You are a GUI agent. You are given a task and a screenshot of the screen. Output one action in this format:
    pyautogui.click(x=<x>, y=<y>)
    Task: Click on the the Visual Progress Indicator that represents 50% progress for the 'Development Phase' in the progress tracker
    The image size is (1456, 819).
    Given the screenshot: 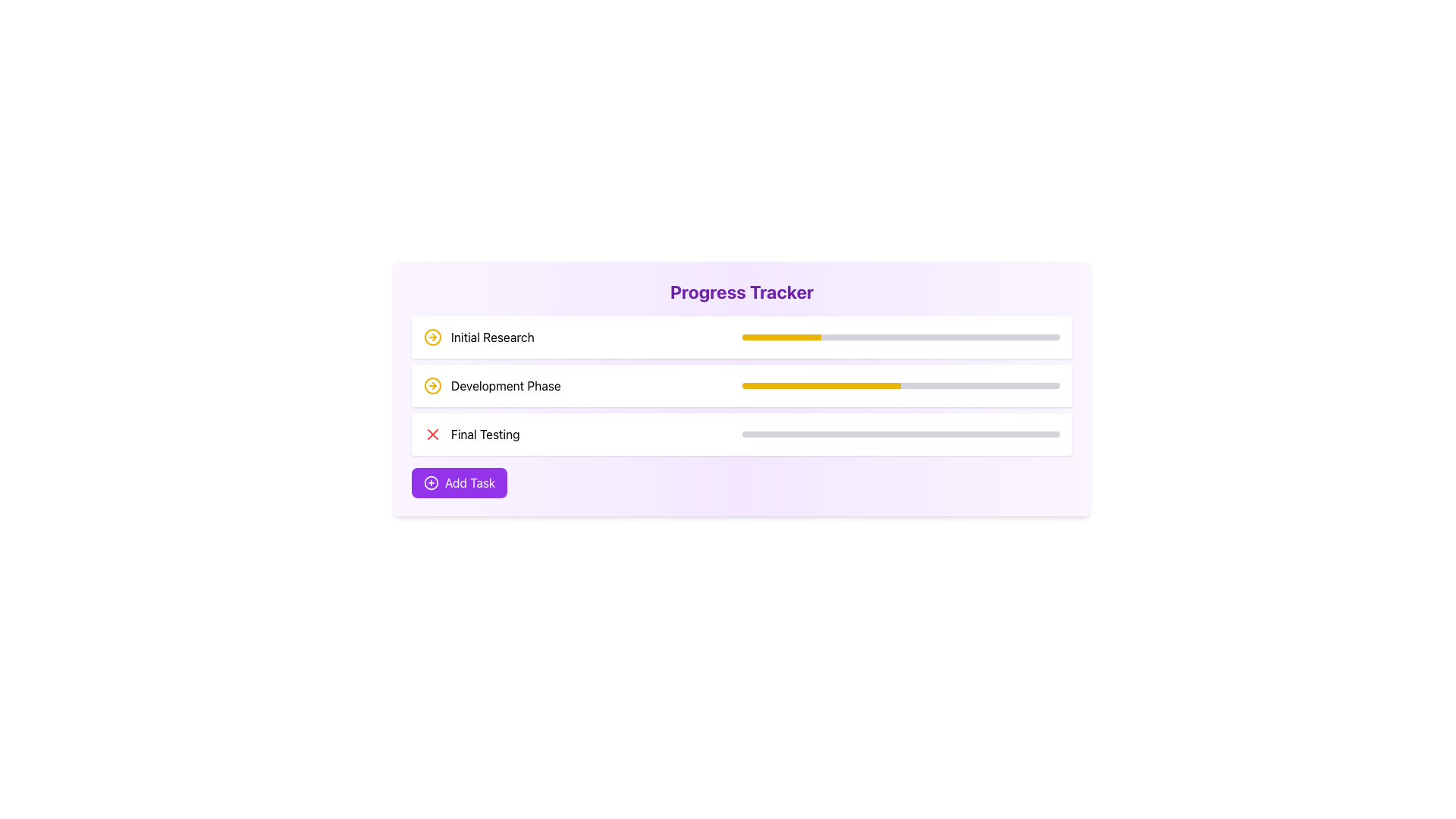 What is the action you would take?
    pyautogui.click(x=821, y=385)
    